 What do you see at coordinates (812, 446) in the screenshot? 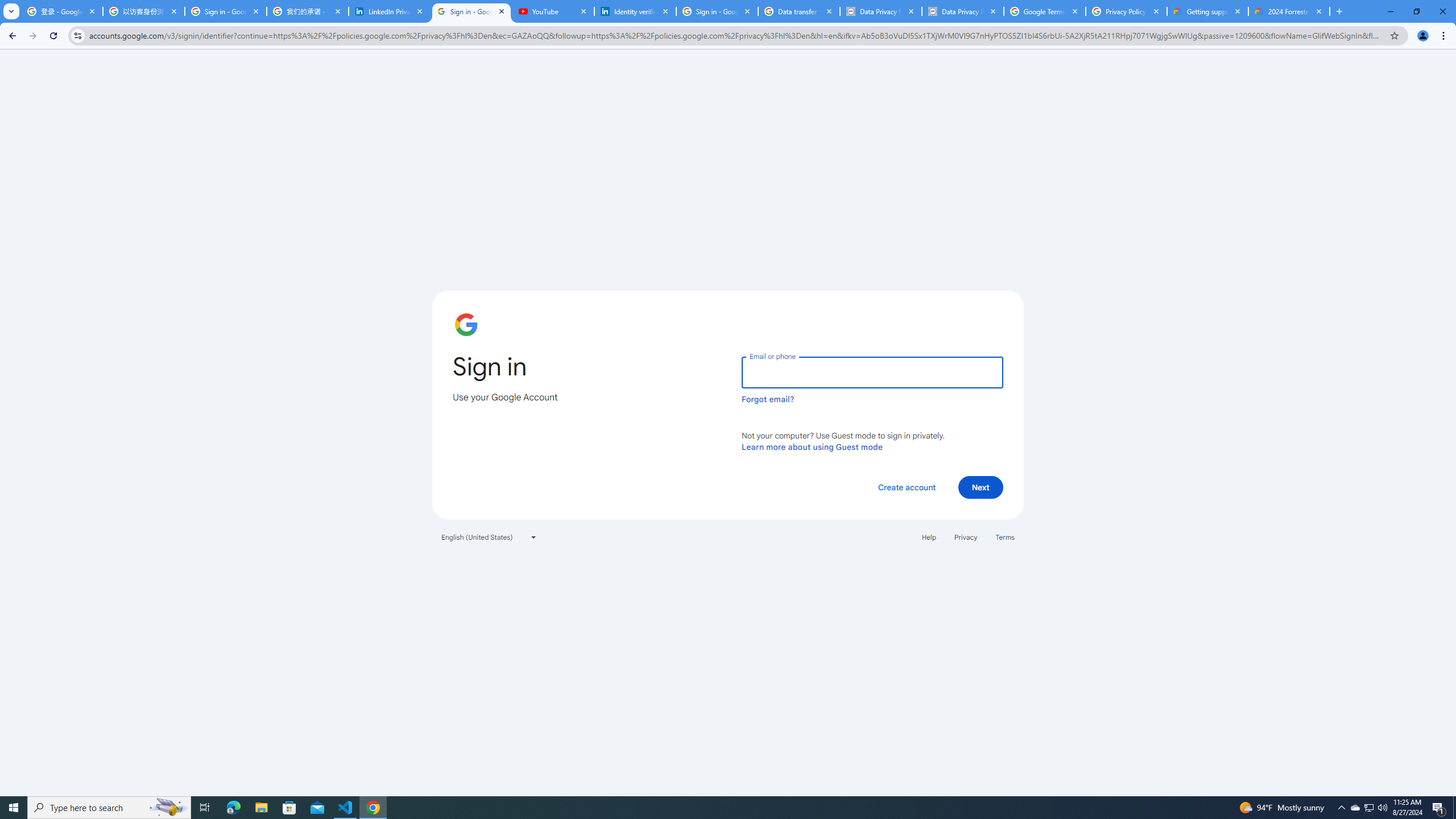
I see `'Learn more about using Guest mode'` at bounding box center [812, 446].